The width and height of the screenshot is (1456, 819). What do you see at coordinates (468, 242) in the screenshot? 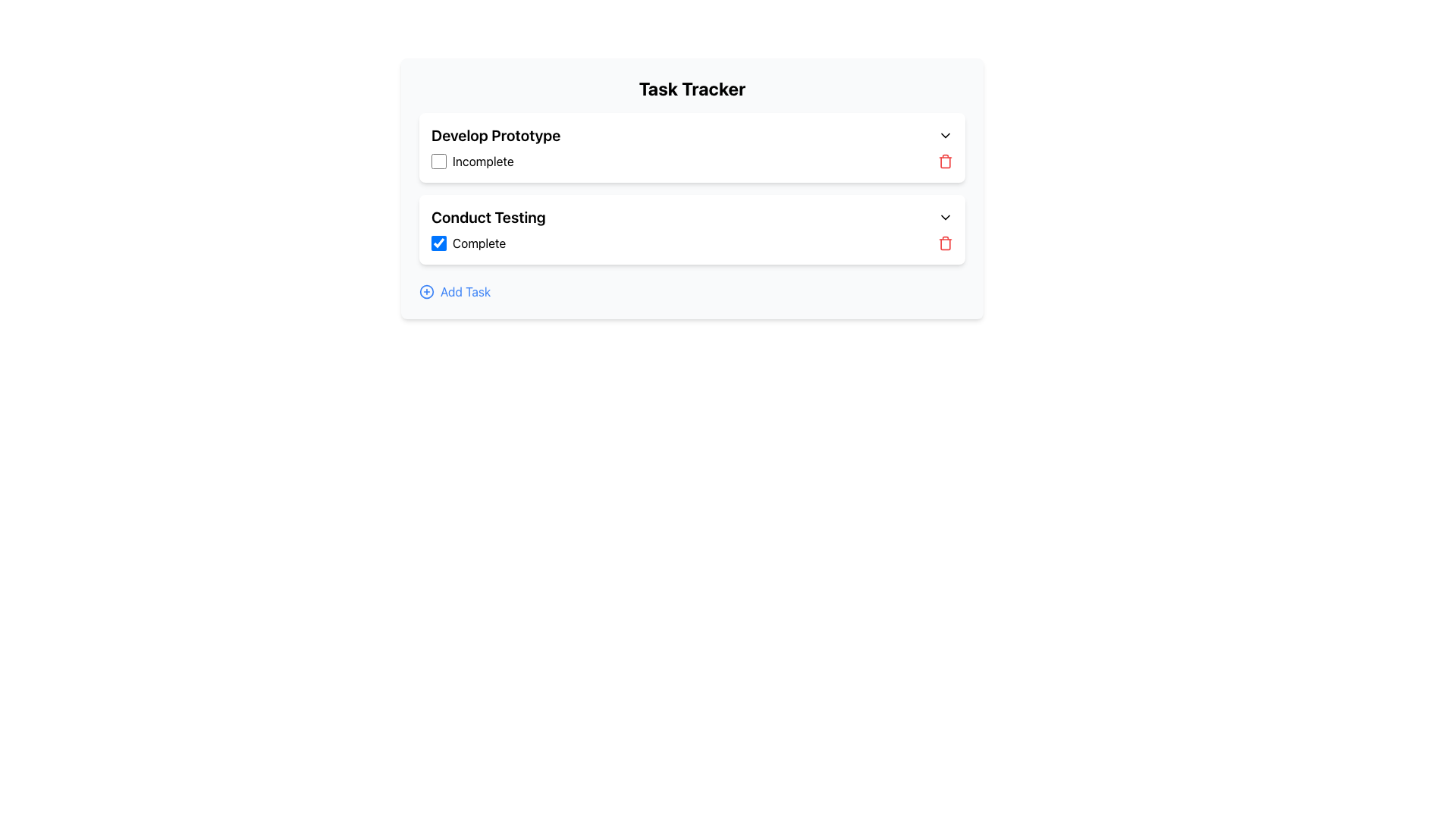
I see `the green-checked checkbox labeled 'Complete' located on the right side of the second task row labeled 'Conduct Testing'` at bounding box center [468, 242].